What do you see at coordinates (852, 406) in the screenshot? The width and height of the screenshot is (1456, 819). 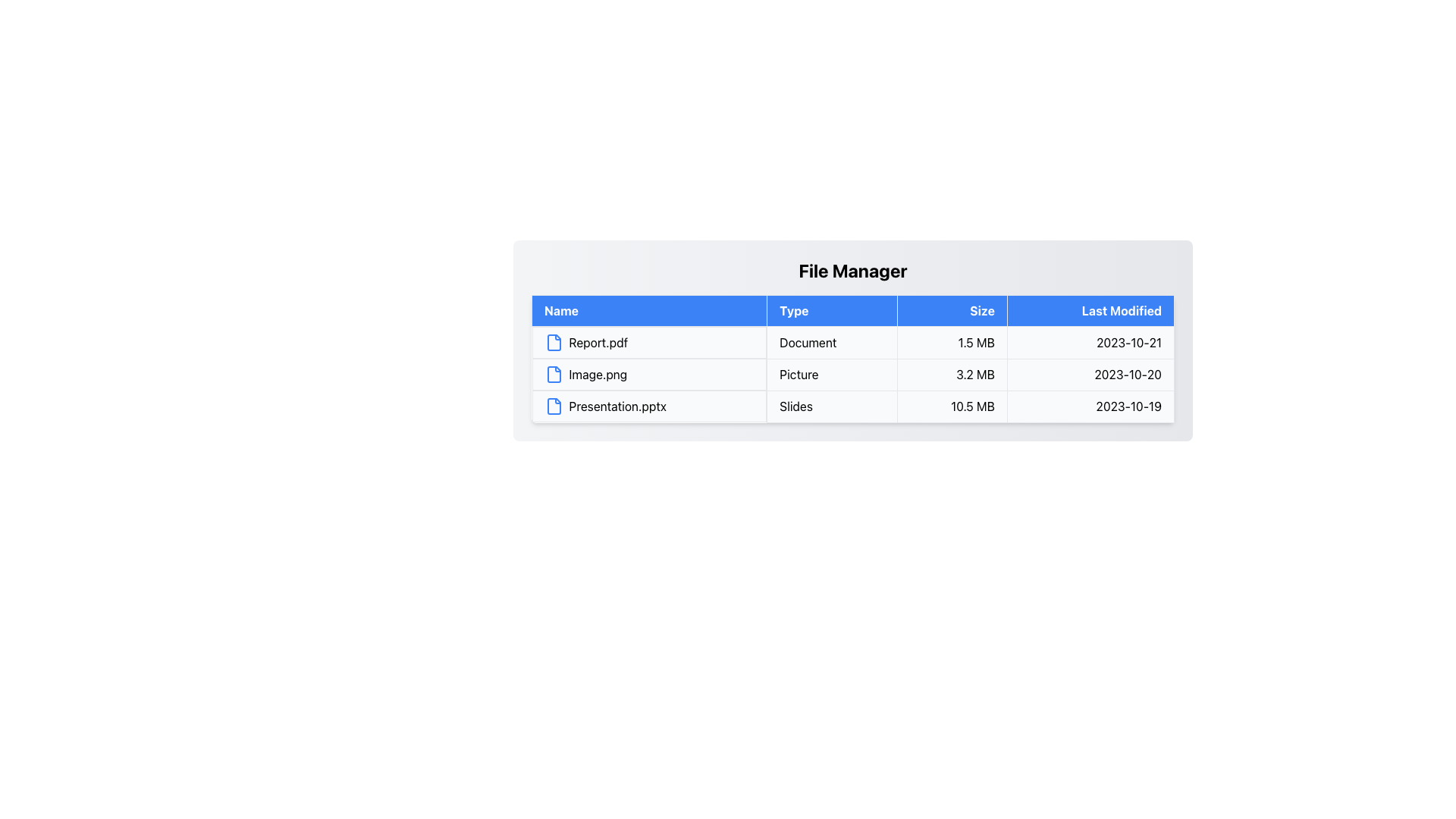 I see `the bottom-most row in the file manager interface displaying 'Presentation.pptx'` at bounding box center [852, 406].